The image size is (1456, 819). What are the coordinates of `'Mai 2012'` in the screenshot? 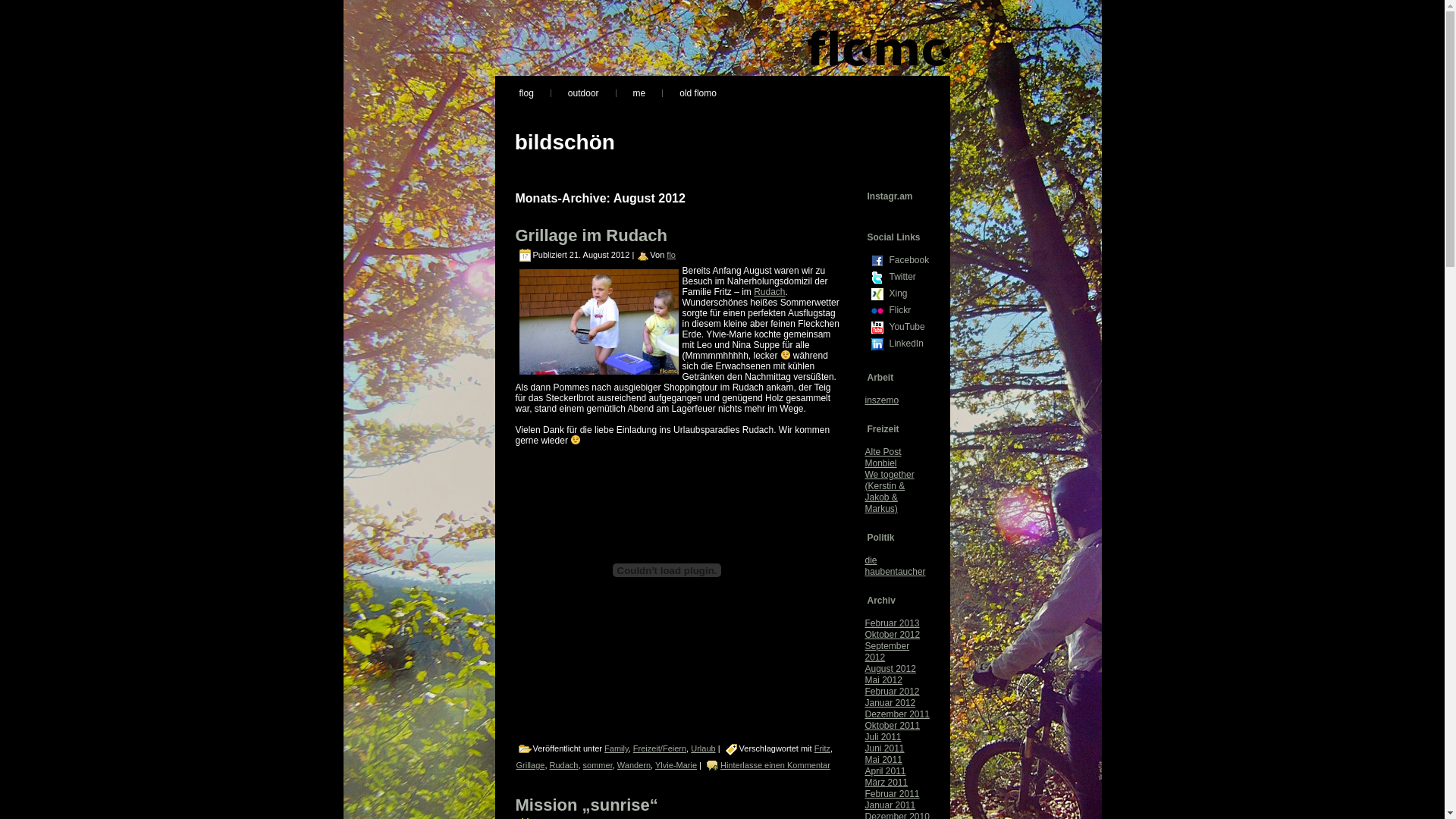 It's located at (883, 679).